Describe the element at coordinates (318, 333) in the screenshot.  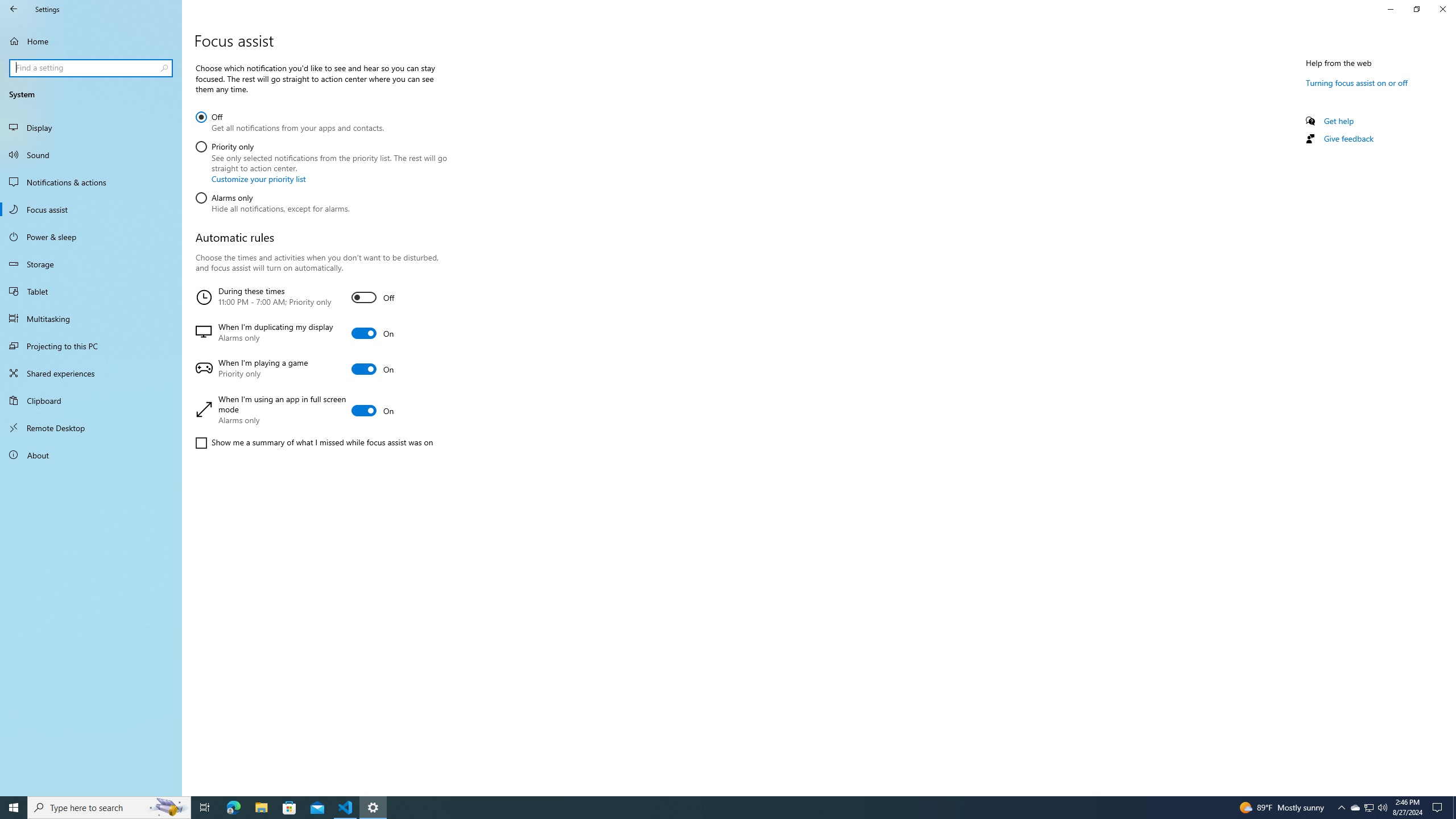
I see `'When I'` at that location.